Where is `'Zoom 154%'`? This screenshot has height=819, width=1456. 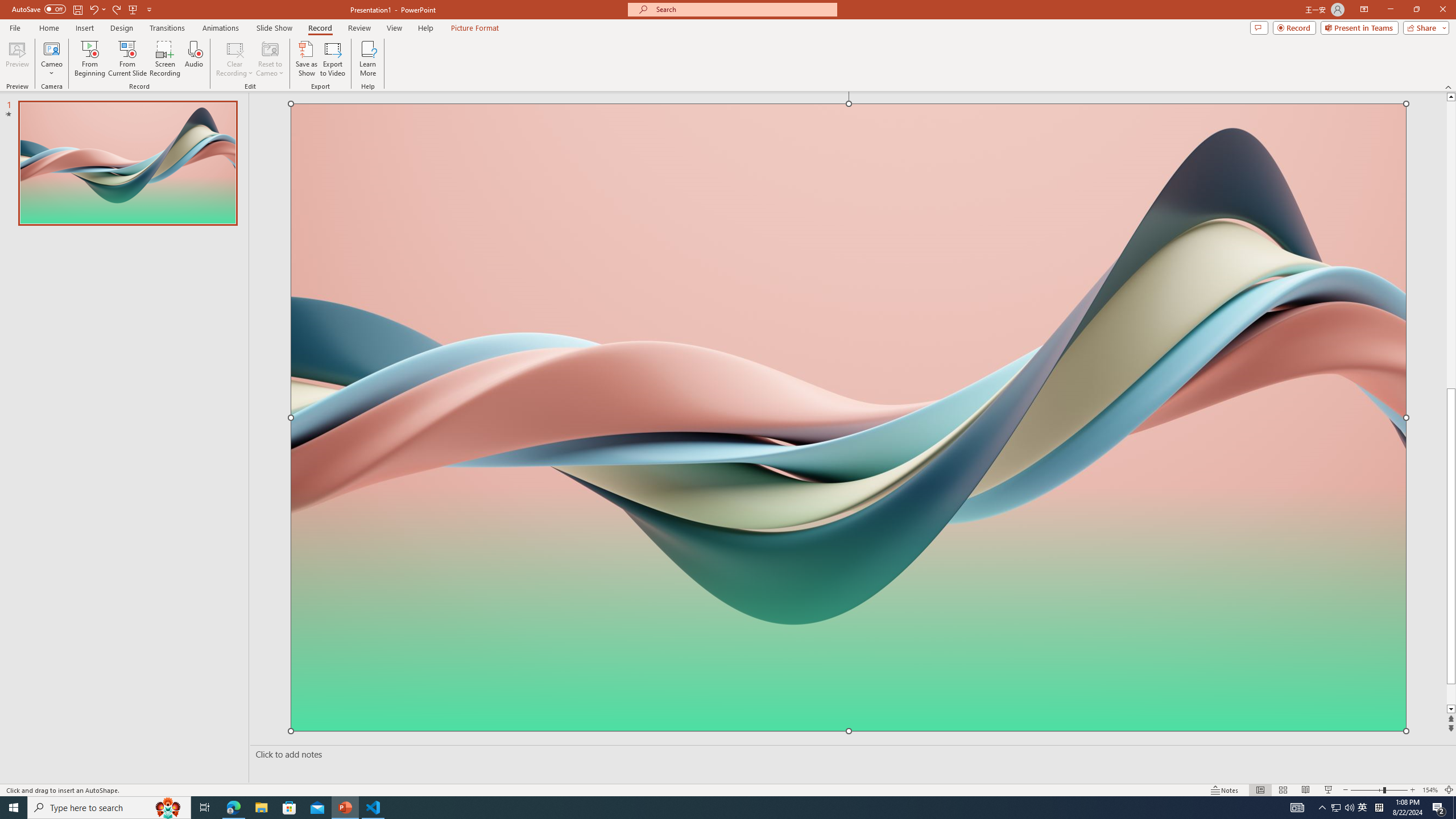 'Zoom 154%' is located at coordinates (1430, 790).